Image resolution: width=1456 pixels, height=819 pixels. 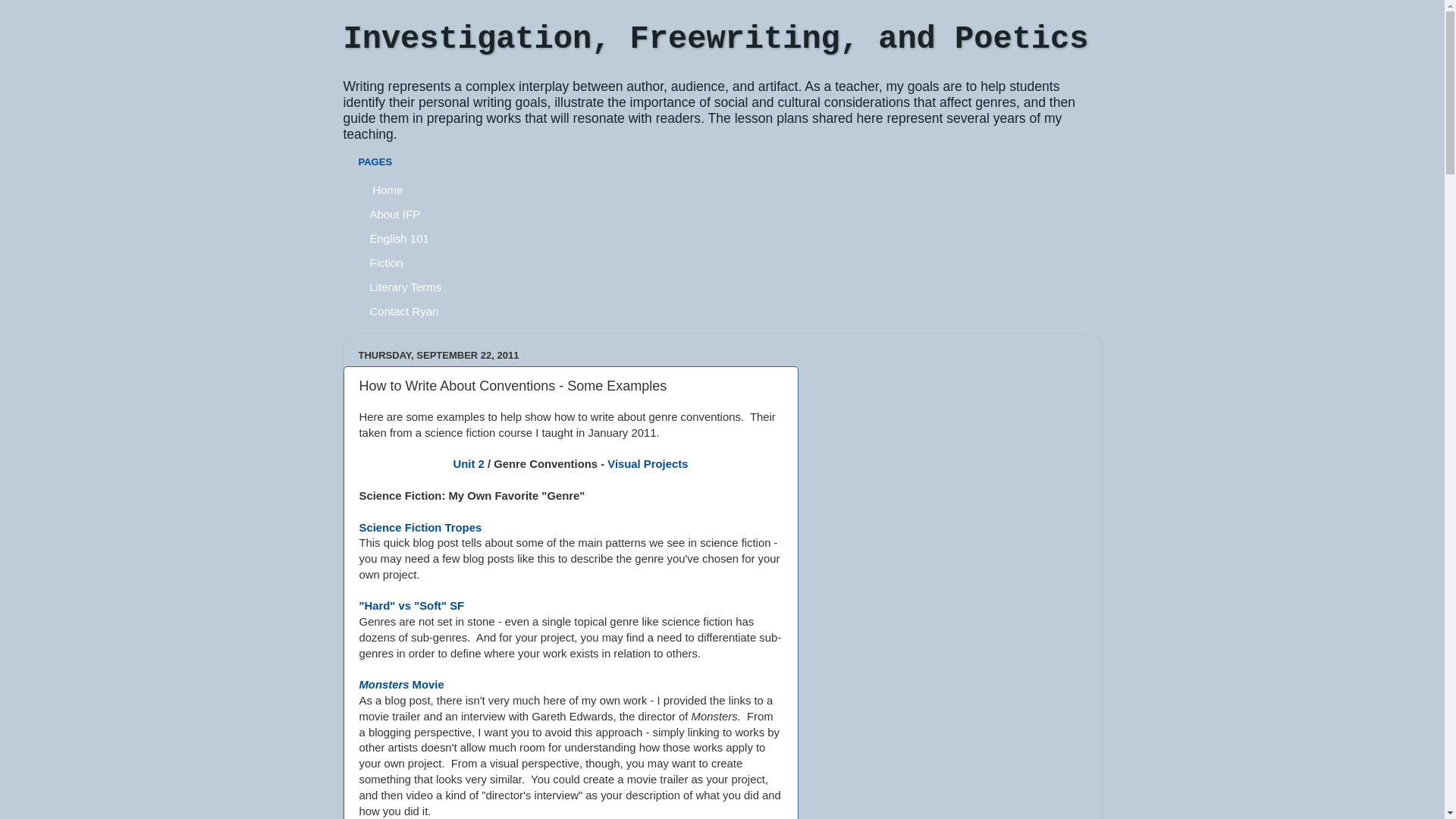 I want to click on 'Contact Ryan', so click(x=403, y=309).